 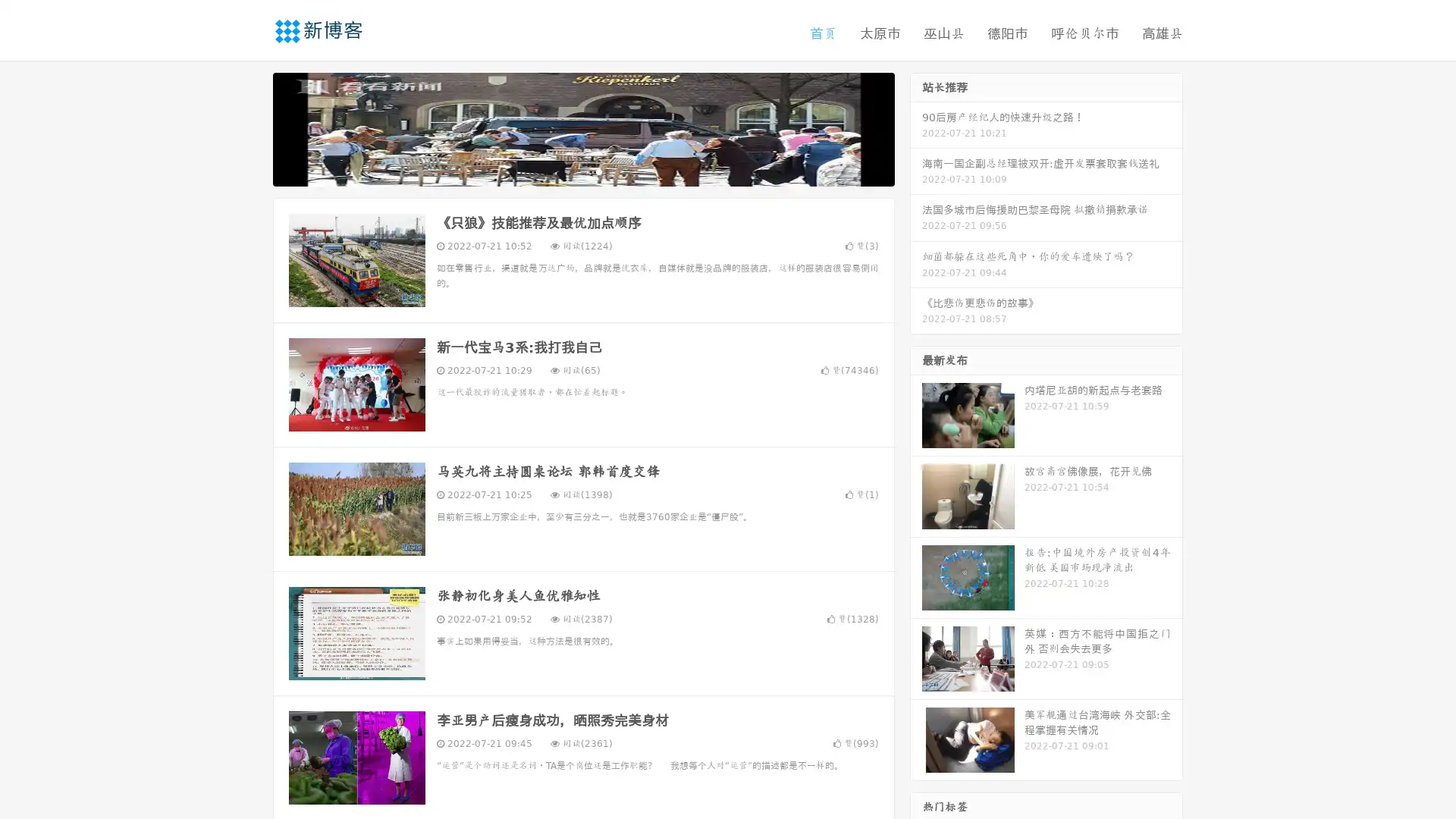 What do you see at coordinates (567, 171) in the screenshot?
I see `Go to slide 1` at bounding box center [567, 171].